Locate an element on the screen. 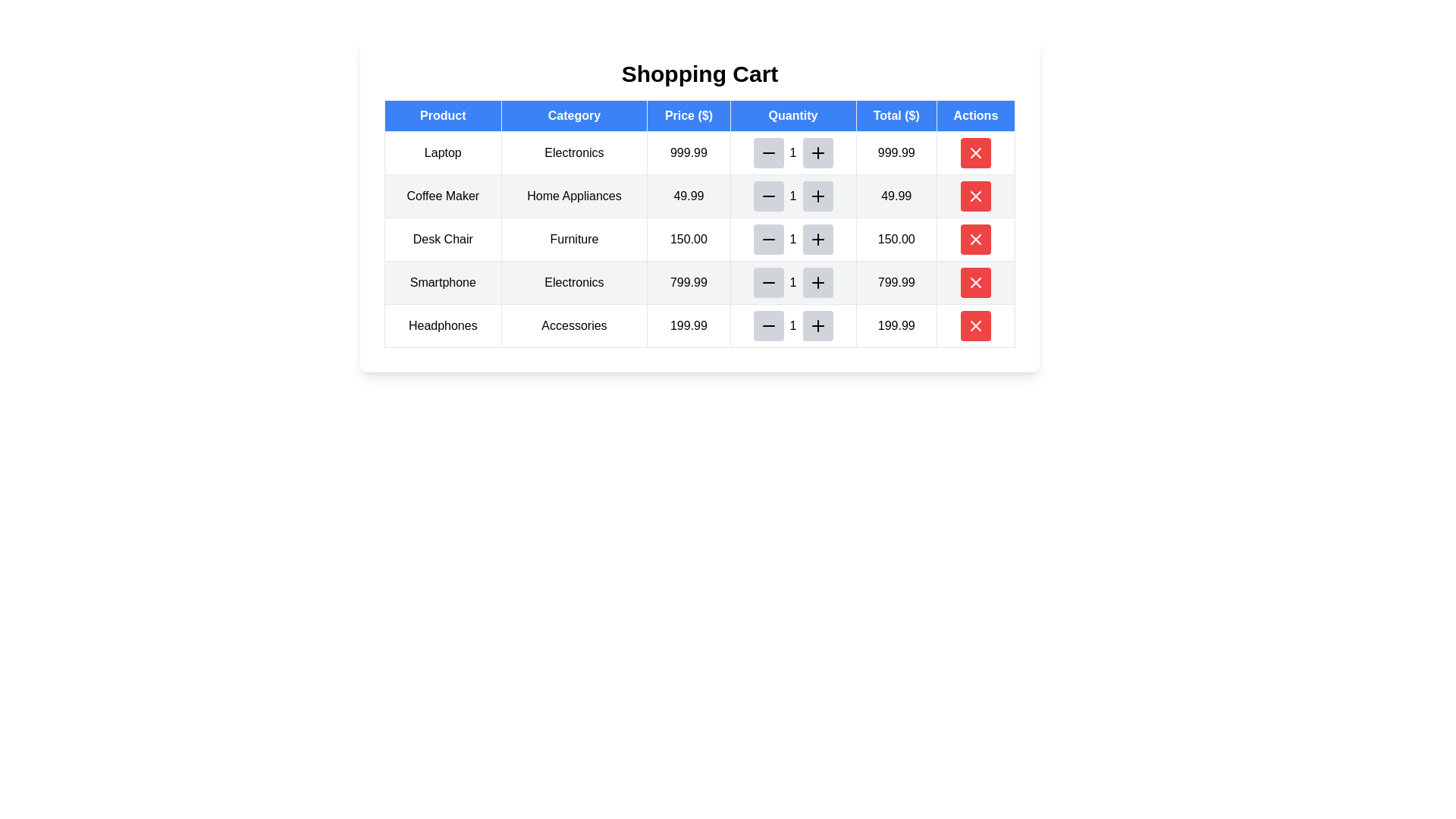 This screenshot has height=819, width=1456. the vivid red square button with a white 'X' icon located in the 'Coffee Maker' row under the 'Actions' column is located at coordinates (975, 195).